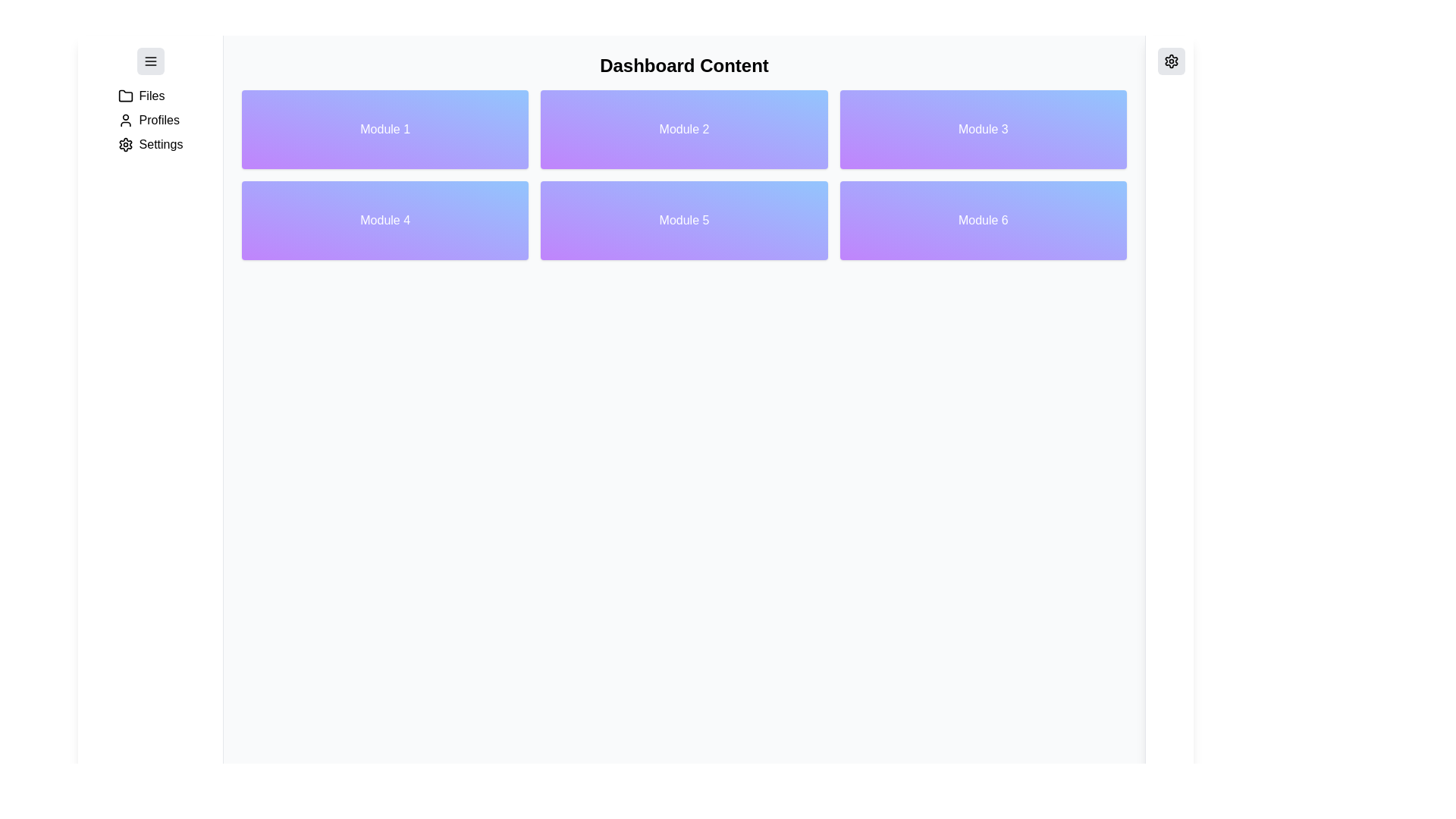 The width and height of the screenshot is (1456, 819). Describe the element at coordinates (683, 220) in the screenshot. I see `the rectangular button with rounded corners labeled 'Module 5' that has a gradient background from purple to blue` at that location.